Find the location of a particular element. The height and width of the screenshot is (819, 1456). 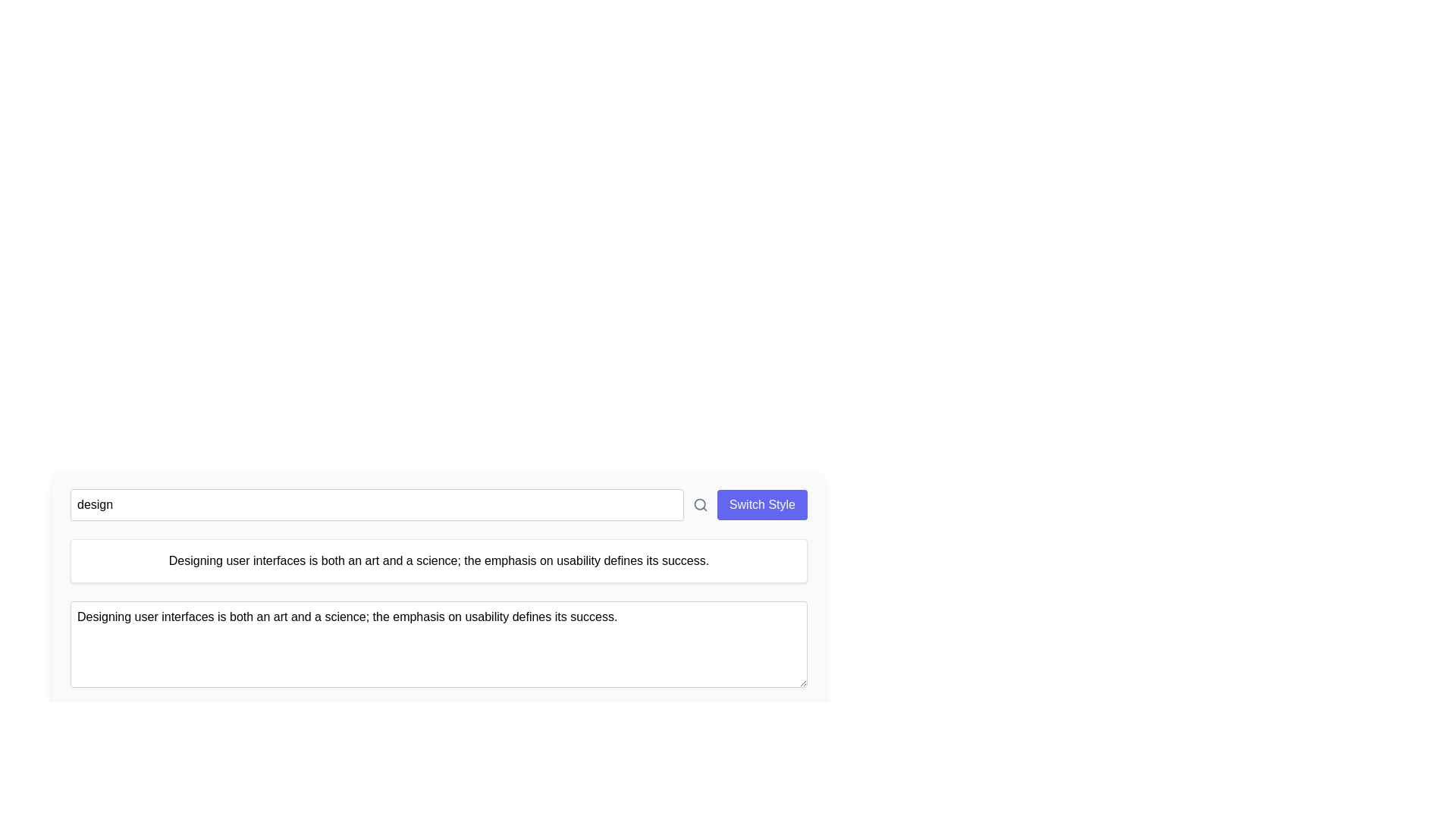

the gray circular part of the magnifying glass icon located in the top-right corner of the search bar is located at coordinates (698, 504).